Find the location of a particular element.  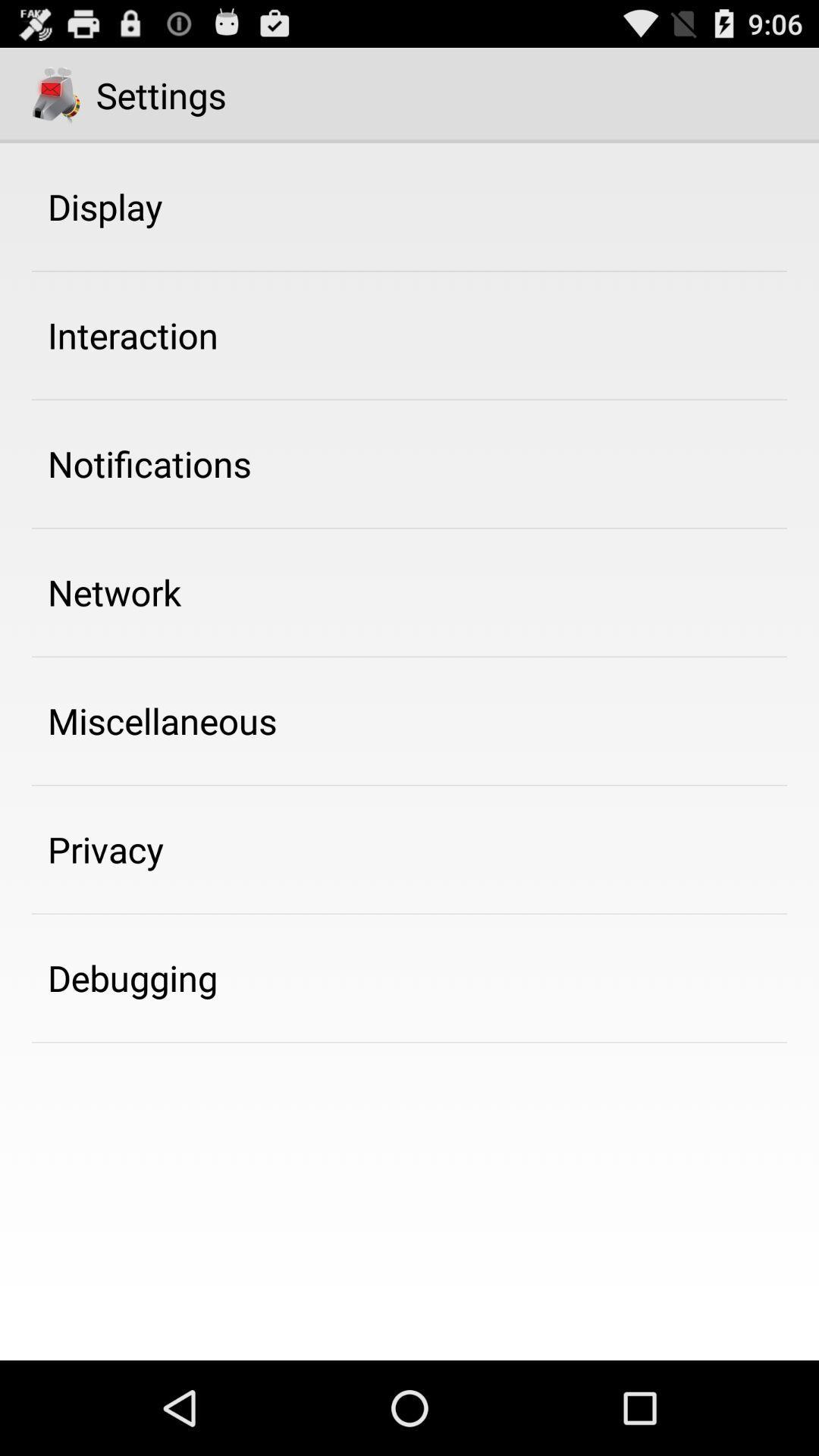

app below the network is located at coordinates (162, 720).